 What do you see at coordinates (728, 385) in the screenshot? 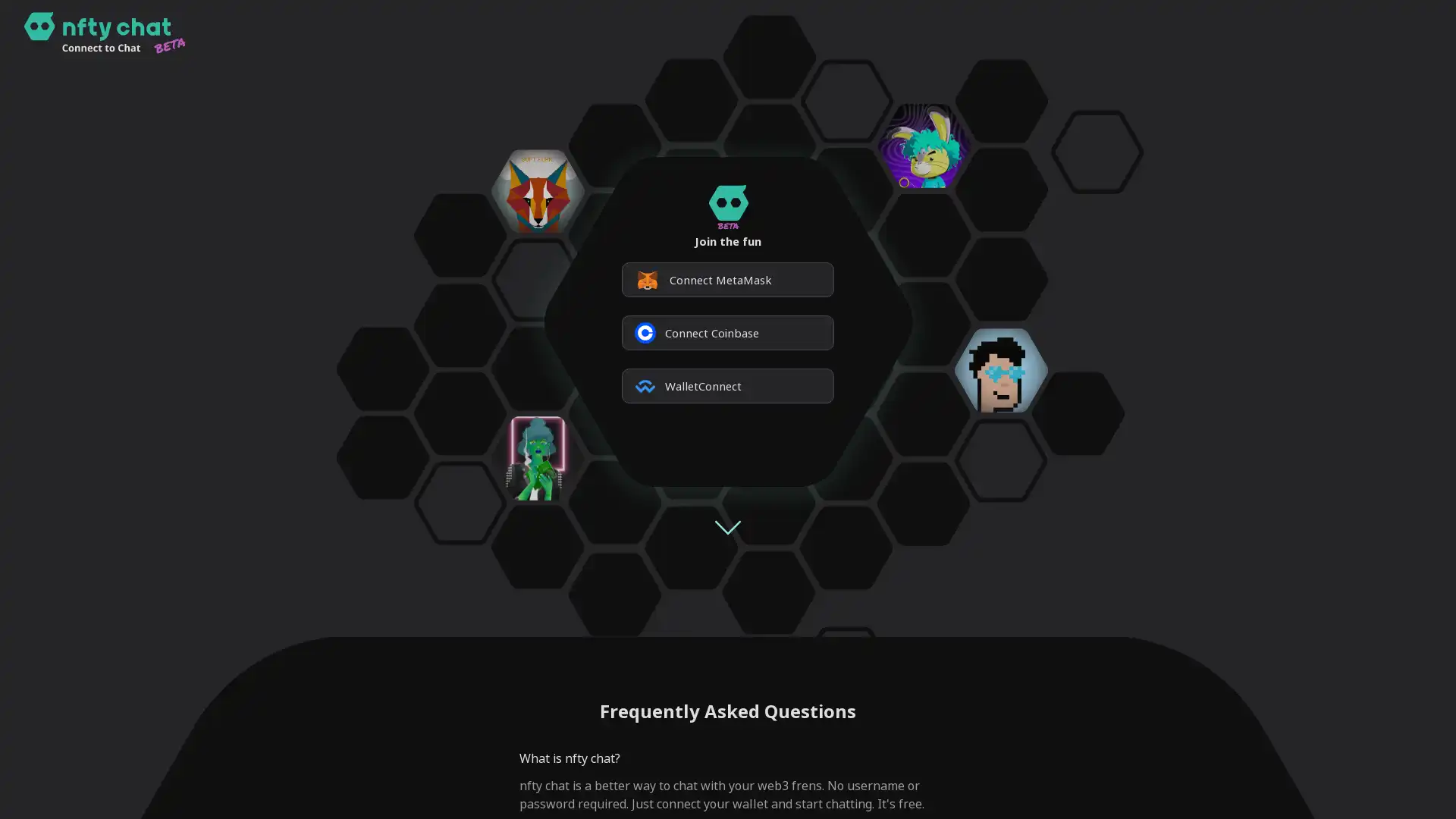
I see `Wallet Connect WalletConnect` at bounding box center [728, 385].